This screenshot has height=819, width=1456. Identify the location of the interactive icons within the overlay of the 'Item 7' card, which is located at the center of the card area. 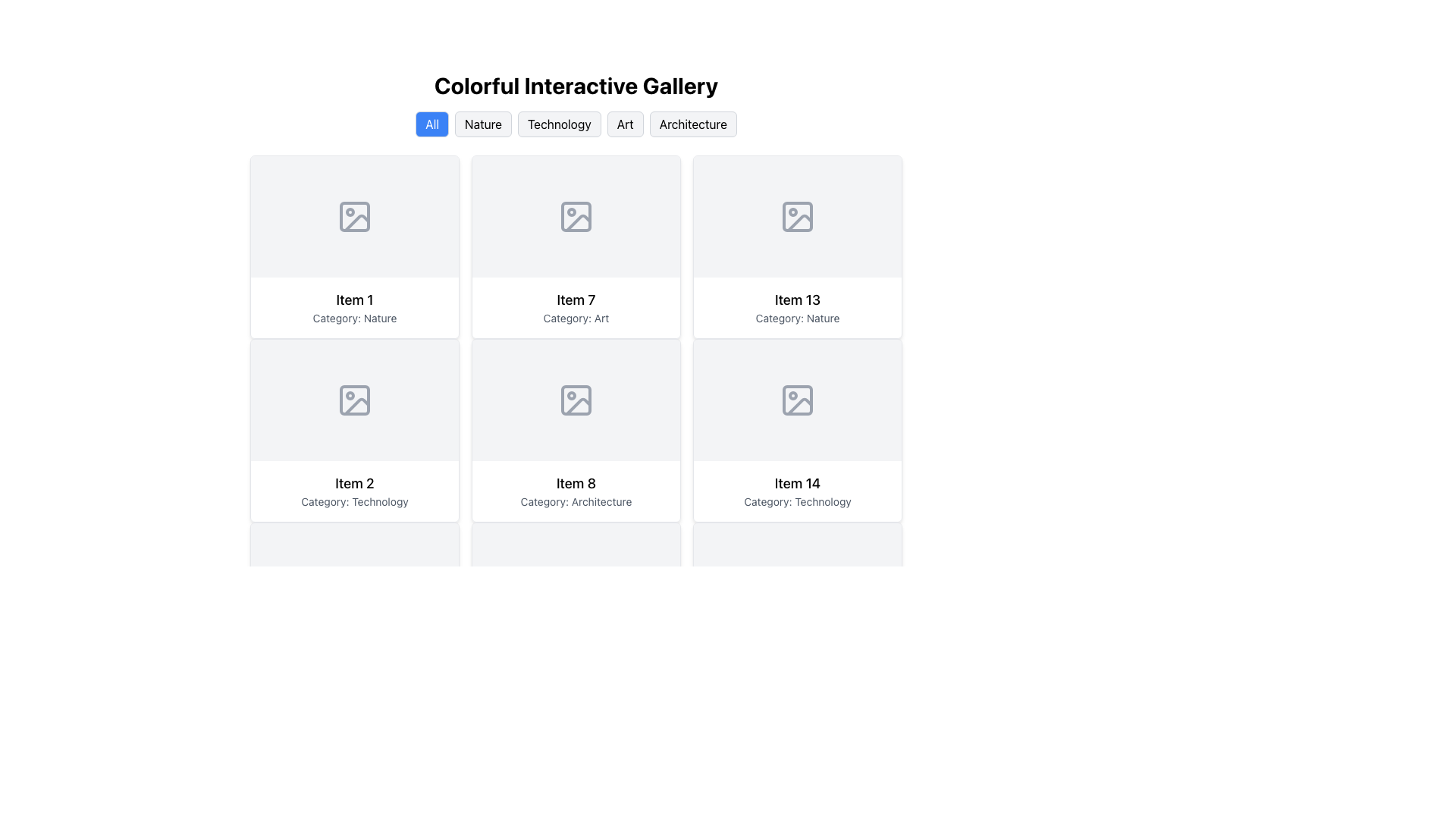
(575, 246).